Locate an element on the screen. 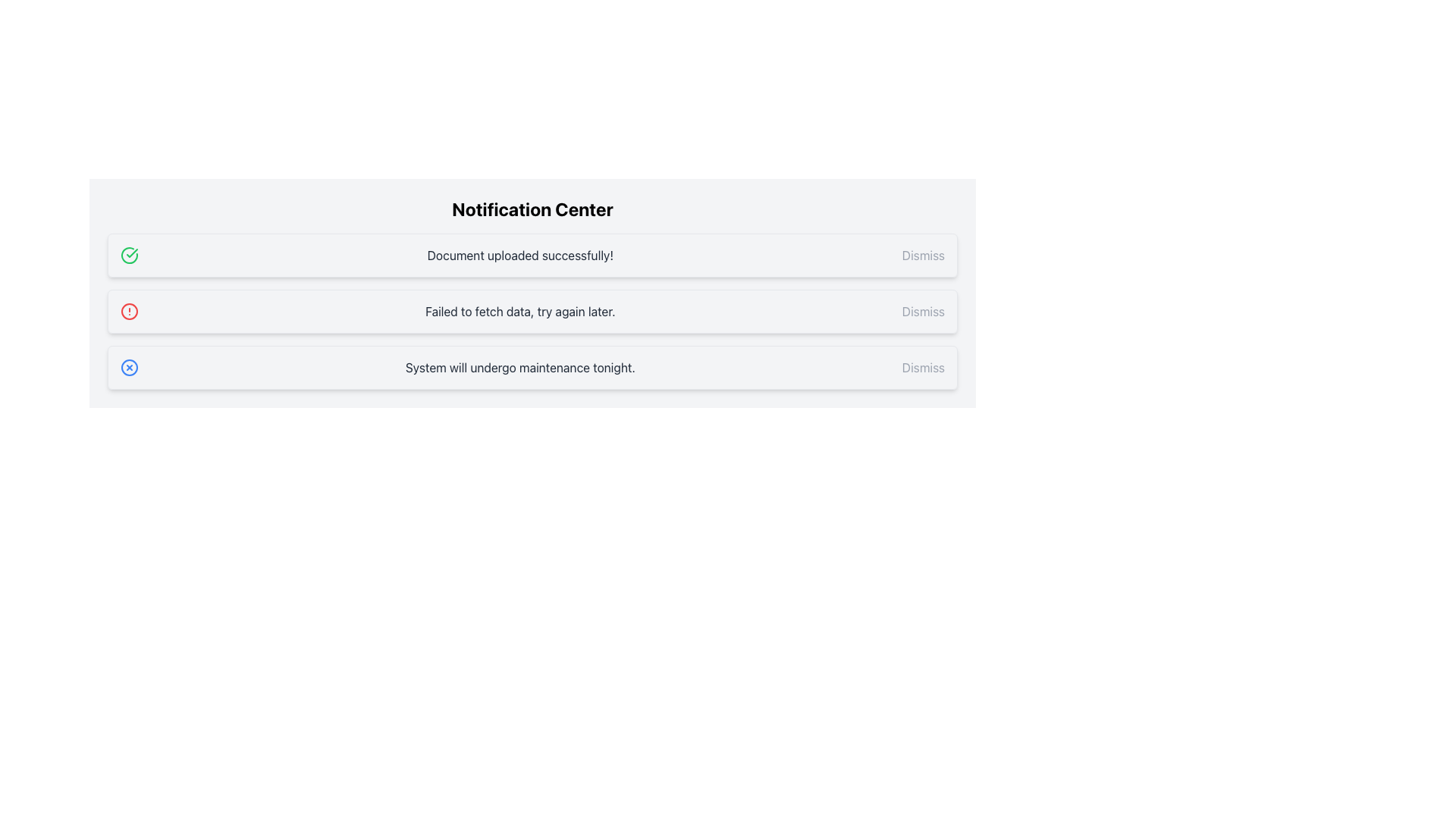 Image resolution: width=1456 pixels, height=819 pixels. the notification box that indicates a successful document upload, which includes a dismiss button is located at coordinates (532, 254).